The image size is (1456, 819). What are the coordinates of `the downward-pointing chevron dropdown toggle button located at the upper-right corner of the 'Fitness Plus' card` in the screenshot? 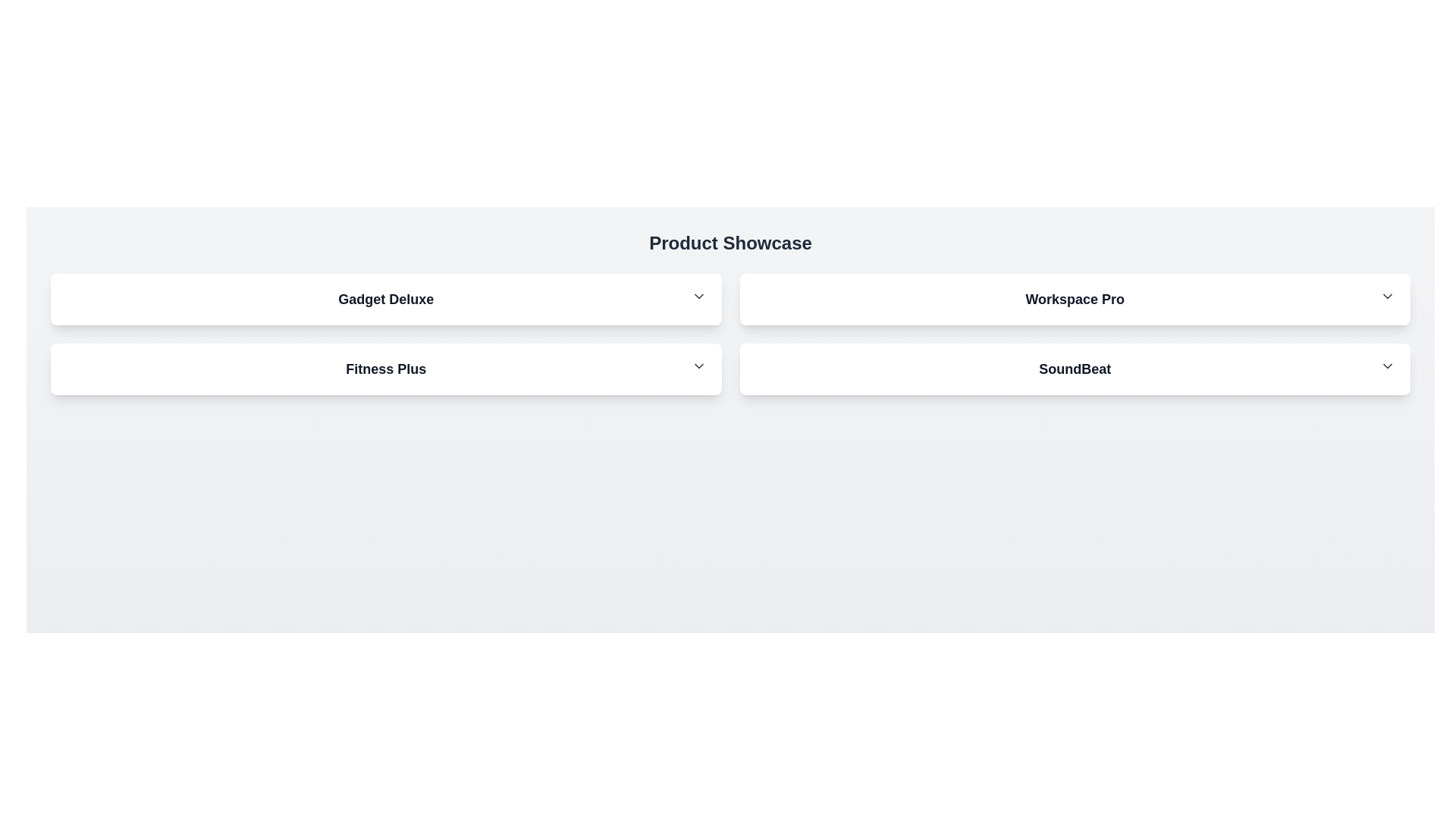 It's located at (698, 366).